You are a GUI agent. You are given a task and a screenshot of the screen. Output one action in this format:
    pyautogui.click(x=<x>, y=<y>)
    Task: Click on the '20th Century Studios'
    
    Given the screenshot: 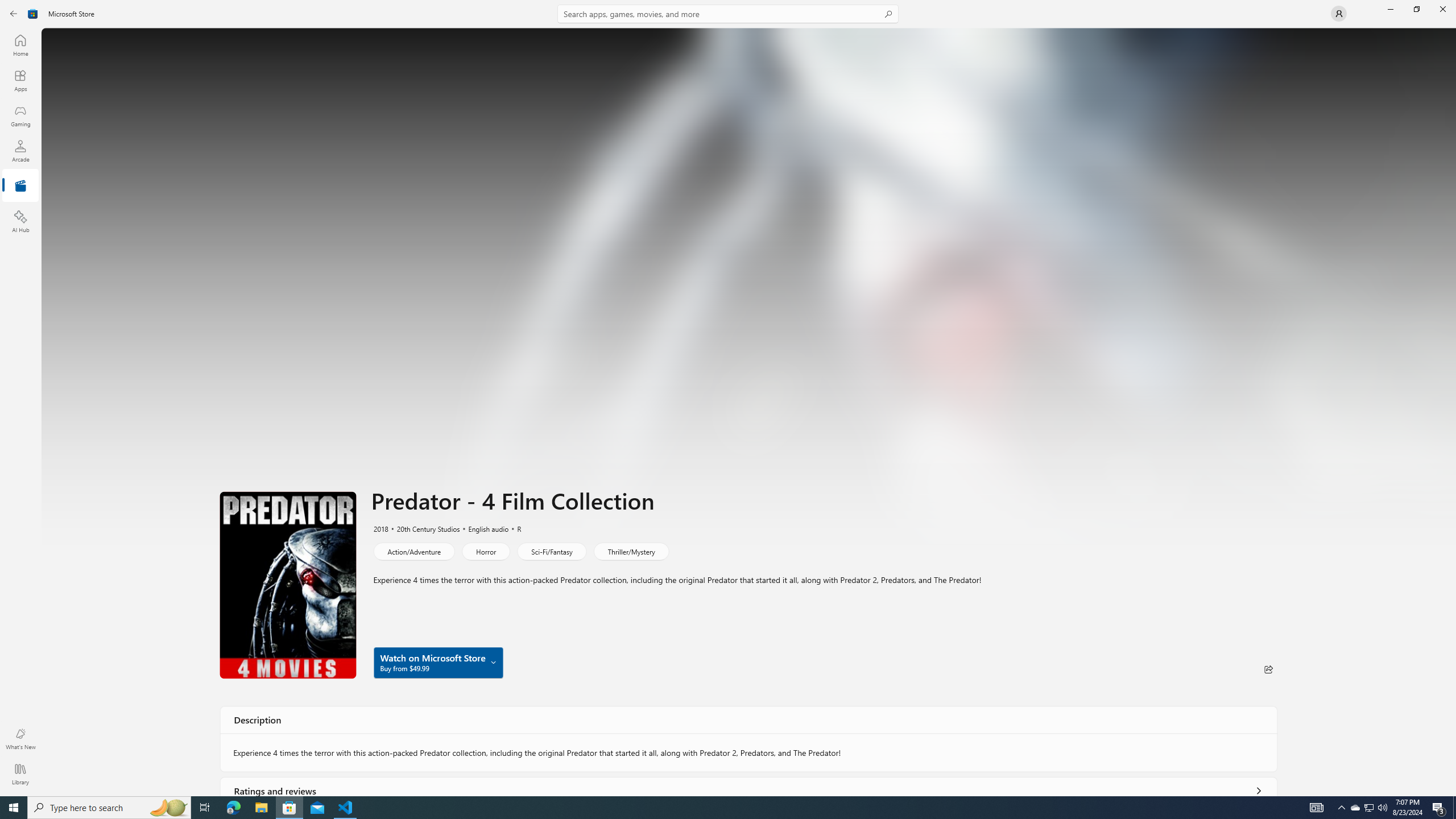 What is the action you would take?
    pyautogui.click(x=422, y=527)
    